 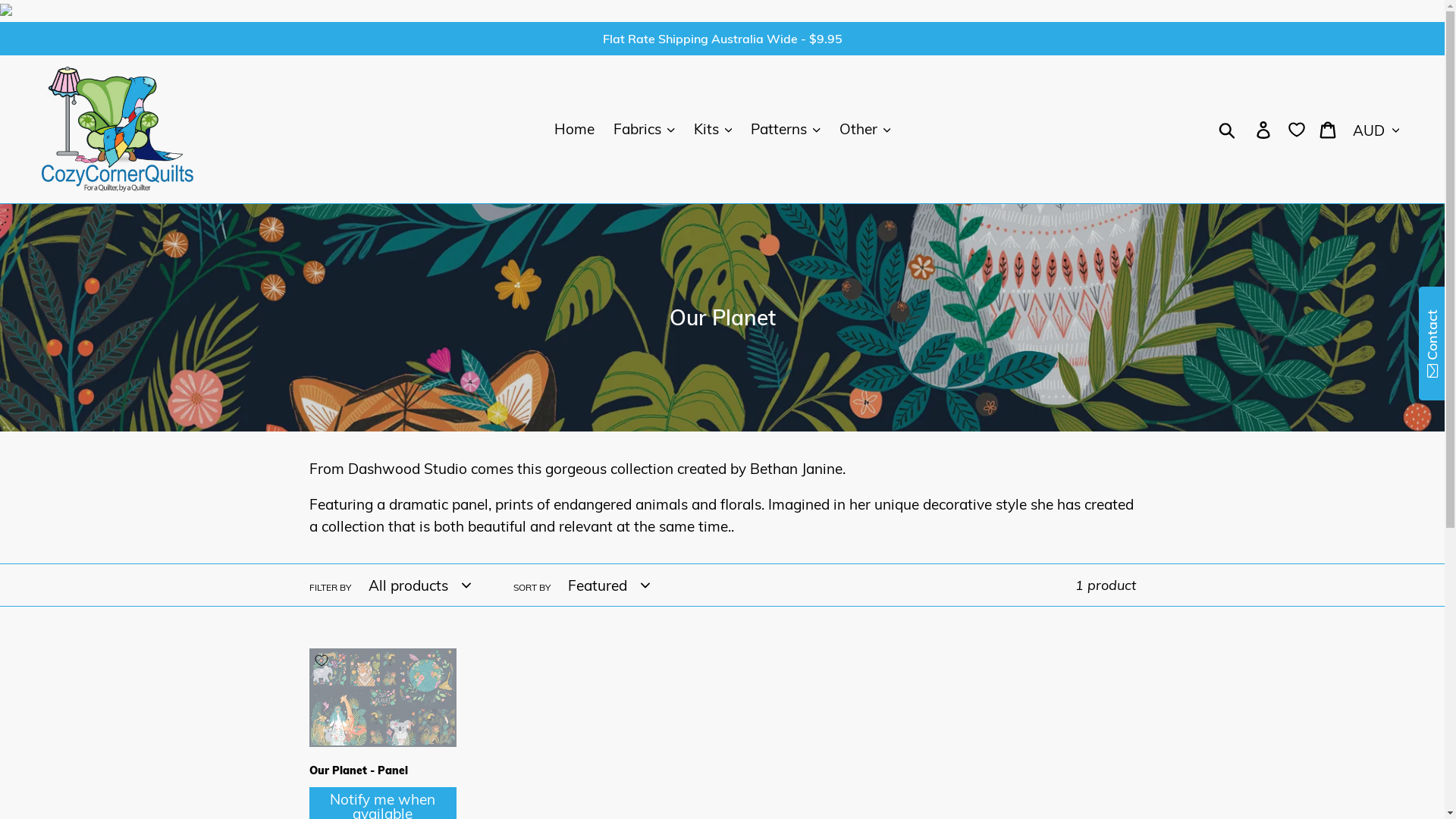 What do you see at coordinates (38, 17) in the screenshot?
I see `'Submit'` at bounding box center [38, 17].